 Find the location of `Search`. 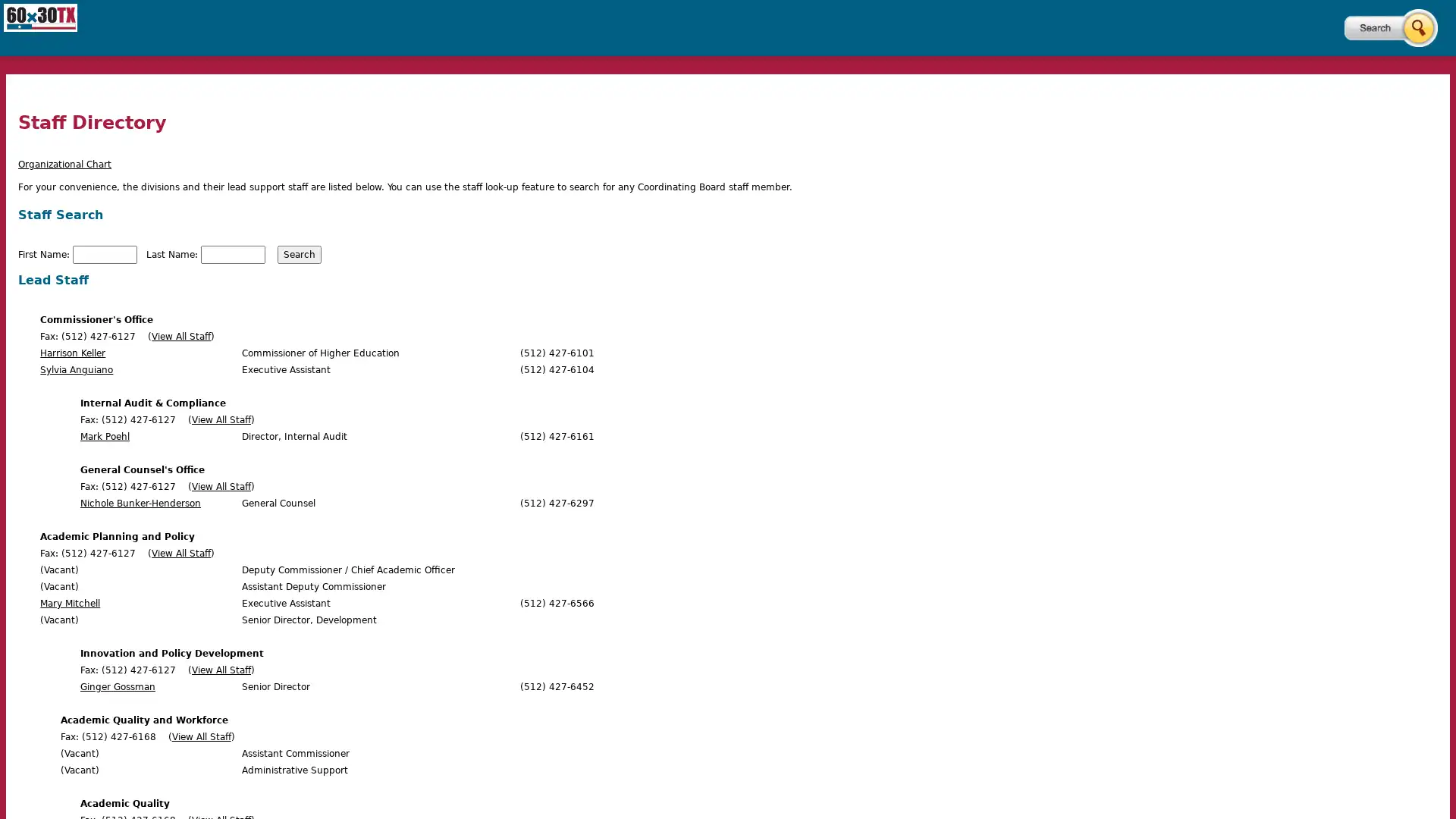

Search is located at coordinates (299, 253).